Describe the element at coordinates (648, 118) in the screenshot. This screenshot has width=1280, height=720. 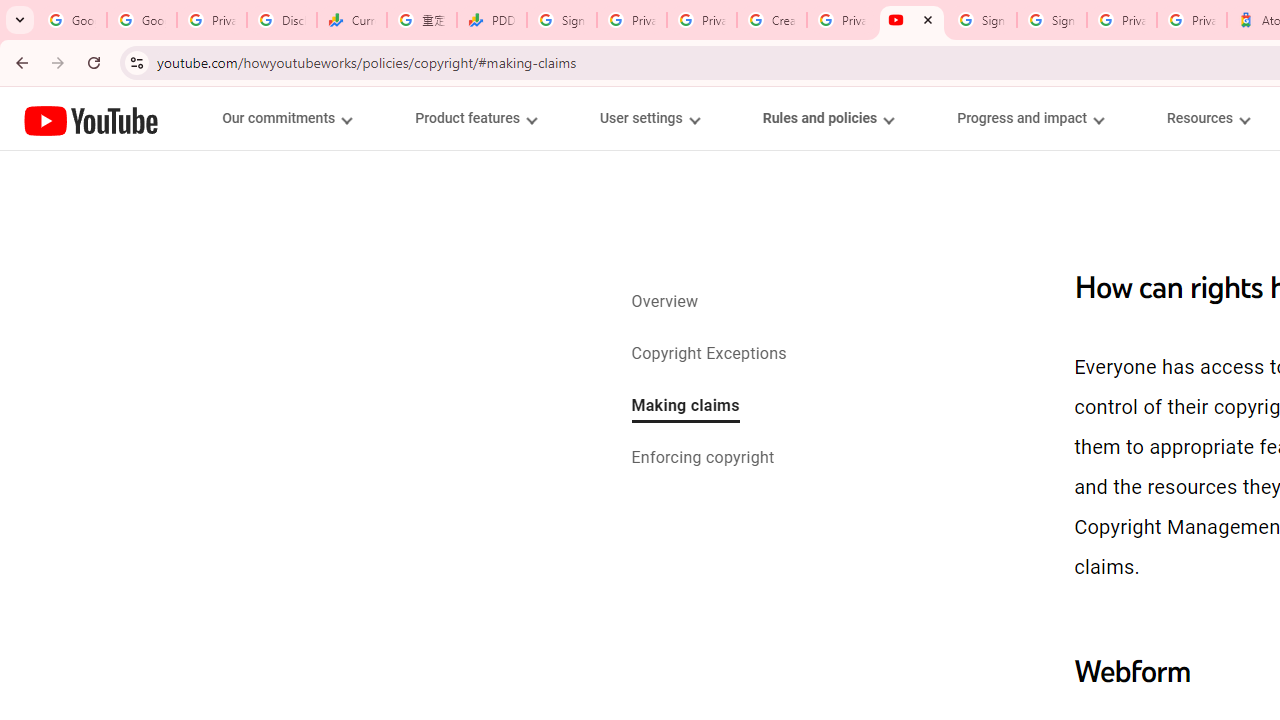
I see `'User settings menupopup'` at that location.